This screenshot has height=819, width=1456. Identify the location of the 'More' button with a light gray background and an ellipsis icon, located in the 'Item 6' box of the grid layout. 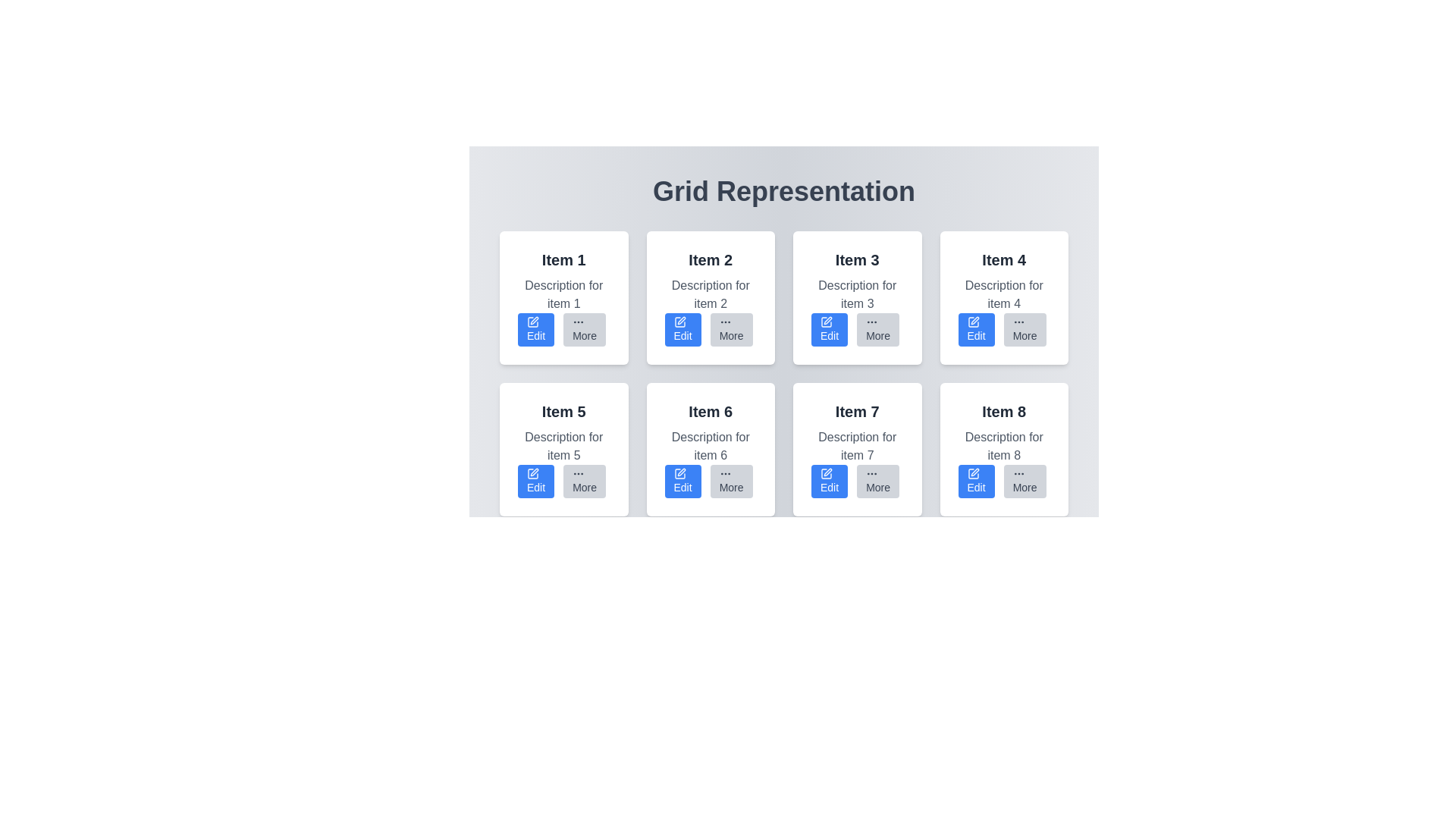
(731, 482).